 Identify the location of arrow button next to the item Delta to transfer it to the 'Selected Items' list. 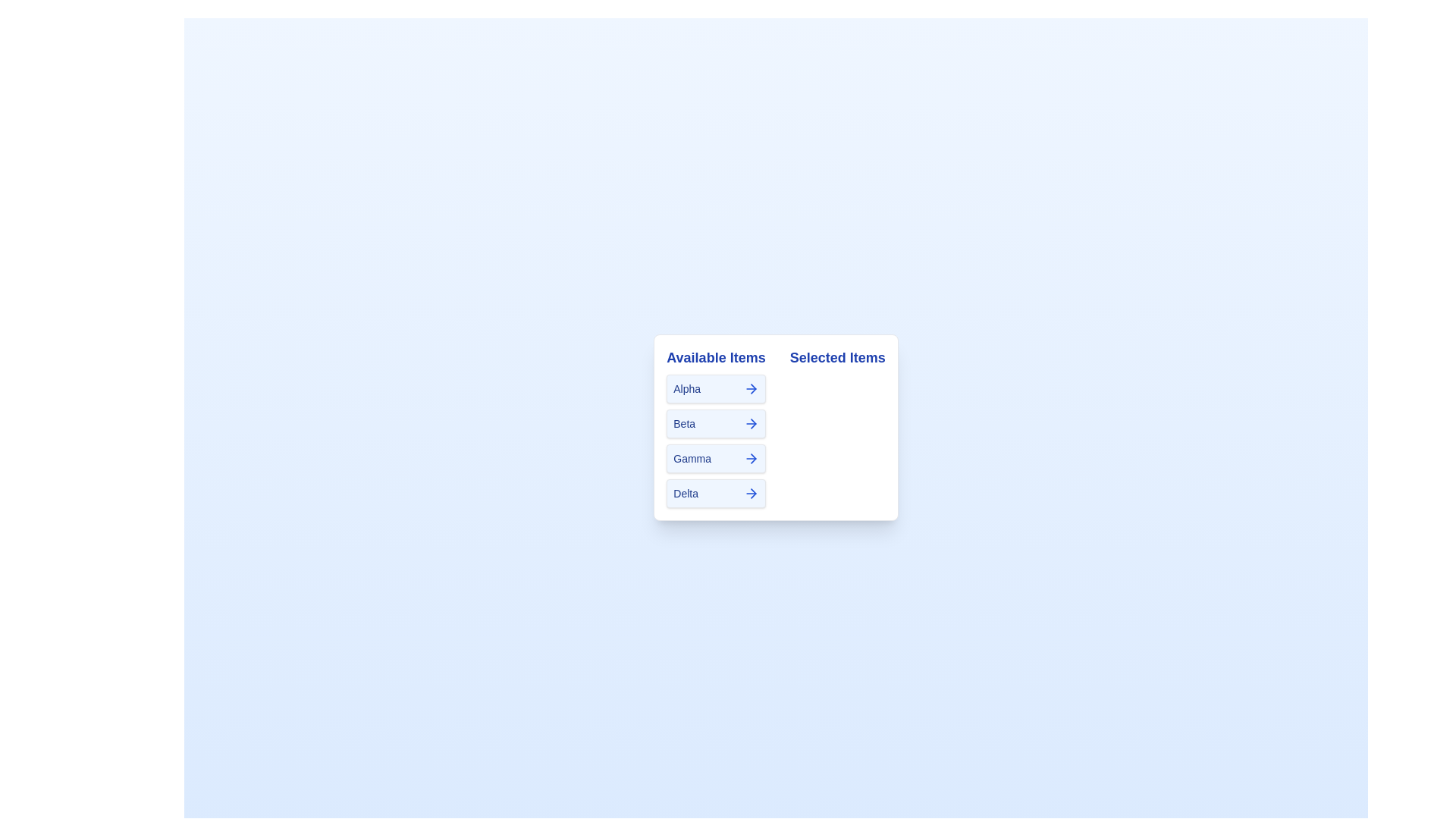
(751, 494).